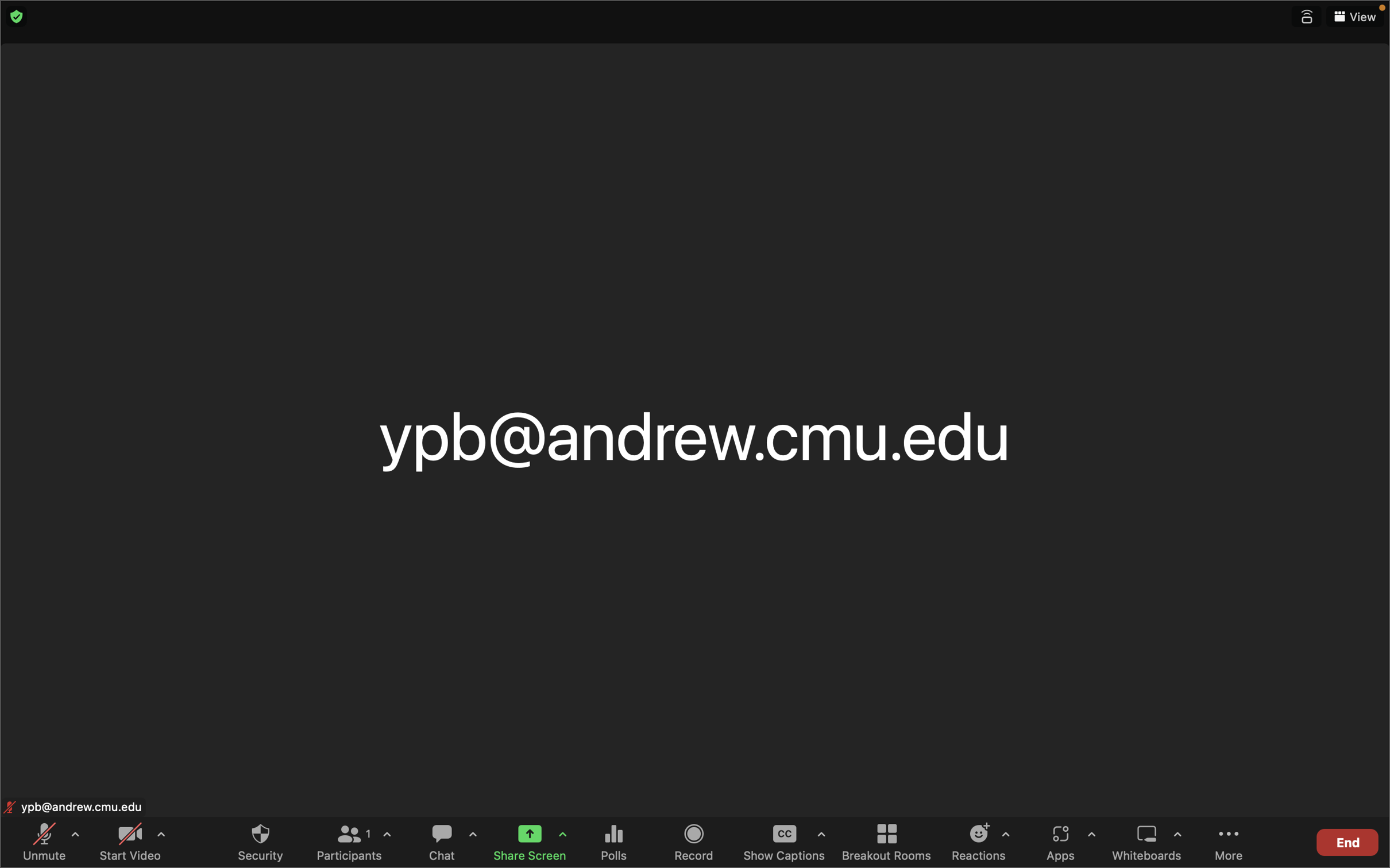 This screenshot has height=868, width=1390. Describe the element at coordinates (46, 841) in the screenshot. I see `Switch on the audio by unmuting` at that location.